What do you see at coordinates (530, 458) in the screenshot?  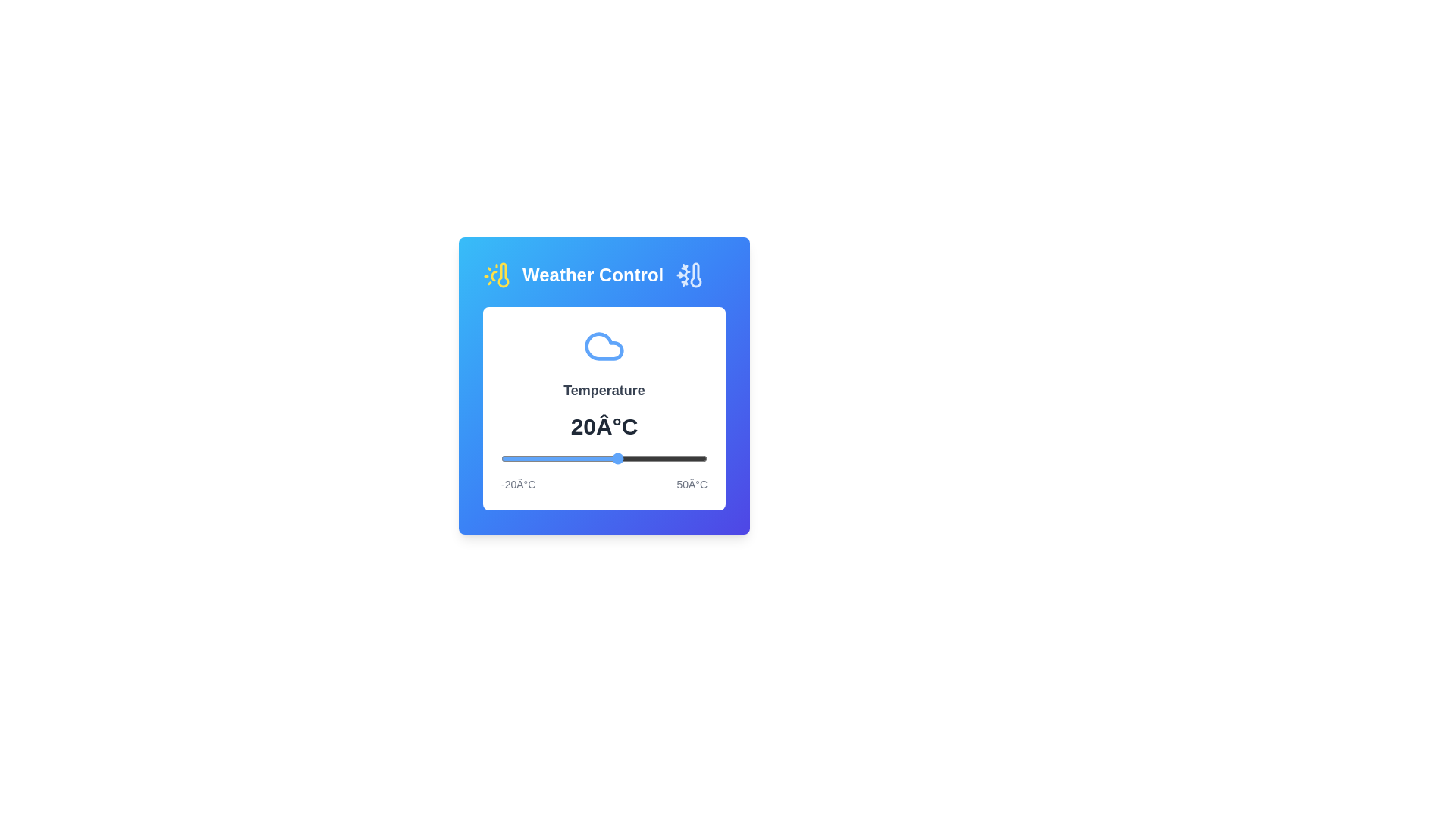 I see `the temperature slider to set the temperature to -10°C` at bounding box center [530, 458].